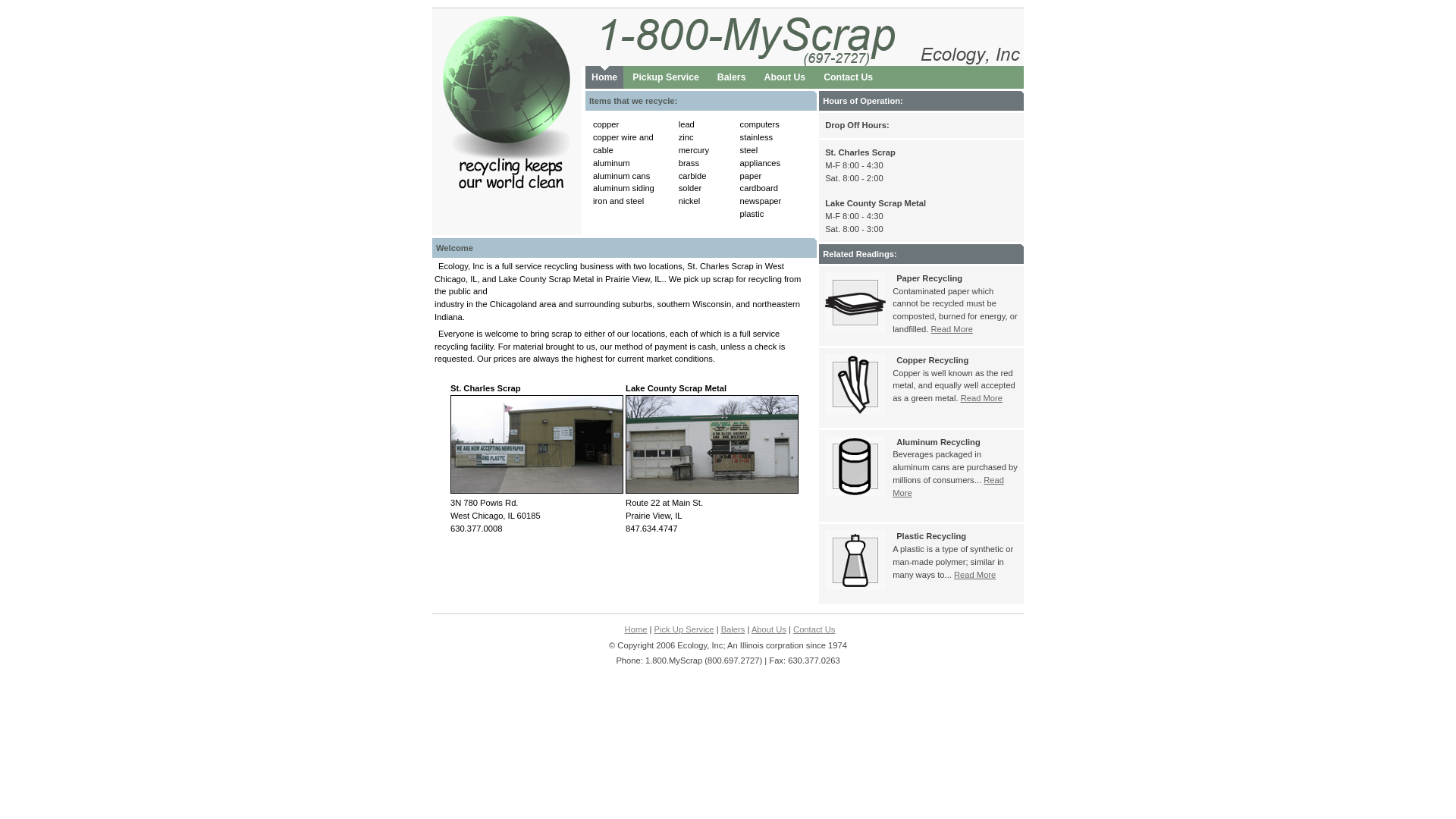  What do you see at coordinates (731, 77) in the screenshot?
I see `'Balers'` at bounding box center [731, 77].